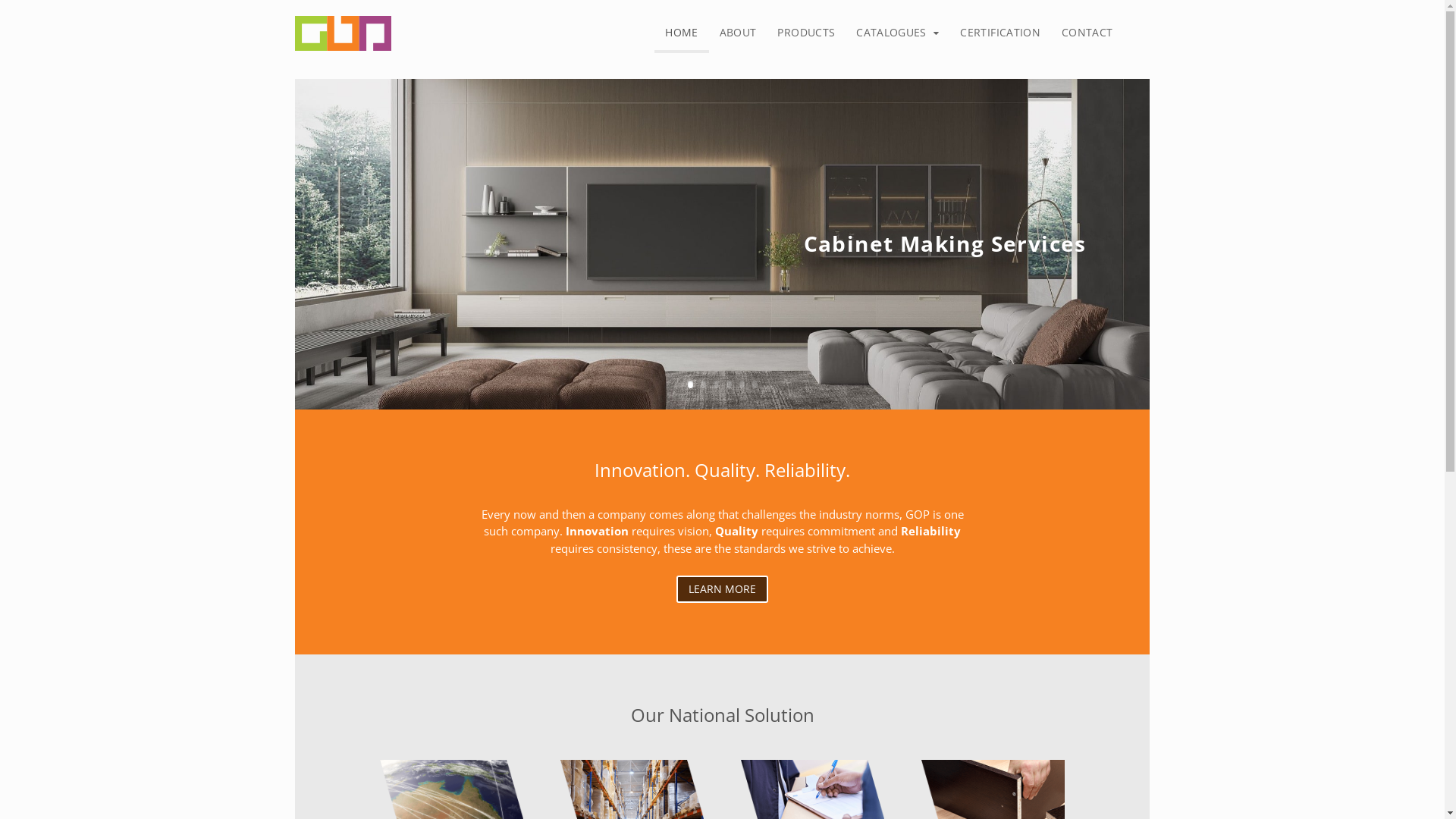 This screenshot has width=1456, height=819. Describe the element at coordinates (686, 383) in the screenshot. I see `'1'` at that location.